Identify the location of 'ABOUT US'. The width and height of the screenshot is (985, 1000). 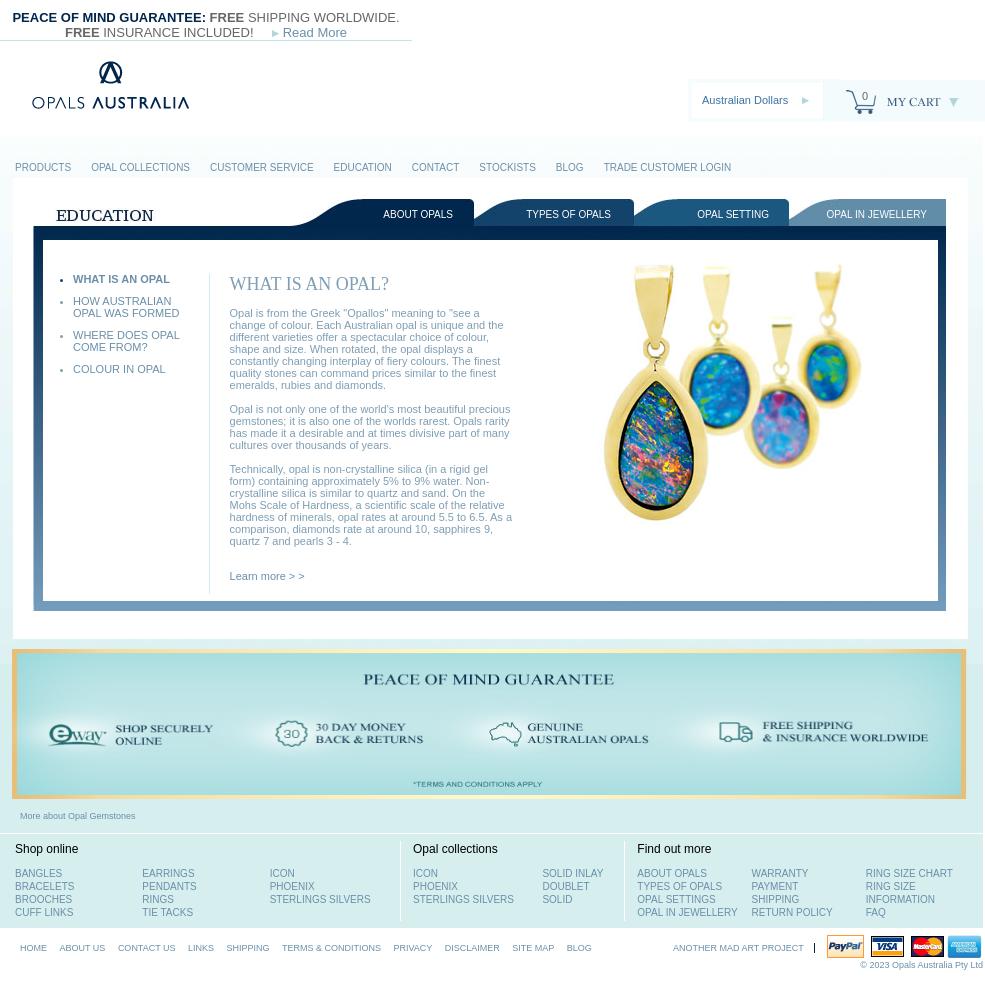
(82, 947).